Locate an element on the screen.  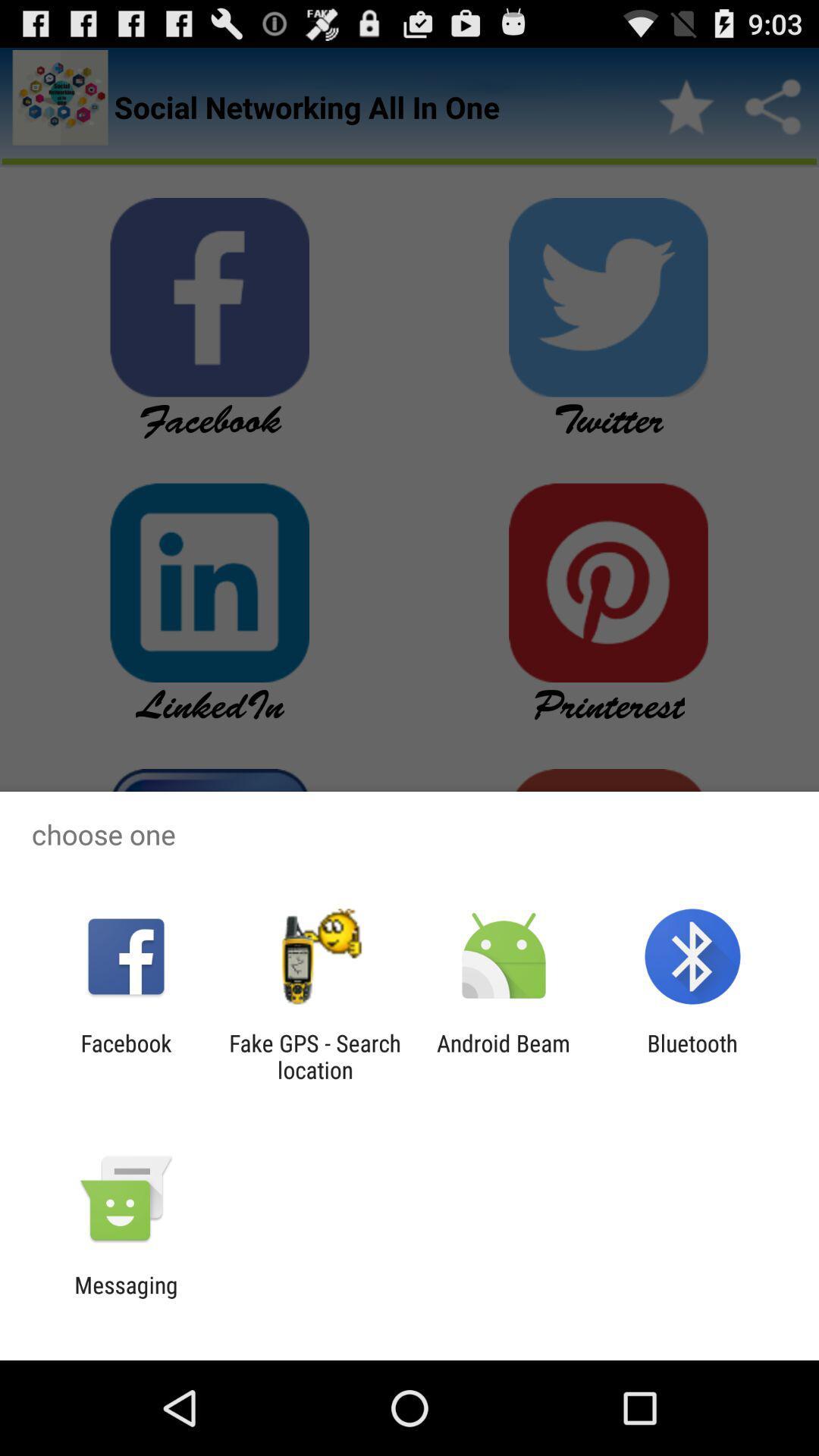
the app next to the fake gps search is located at coordinates (125, 1056).